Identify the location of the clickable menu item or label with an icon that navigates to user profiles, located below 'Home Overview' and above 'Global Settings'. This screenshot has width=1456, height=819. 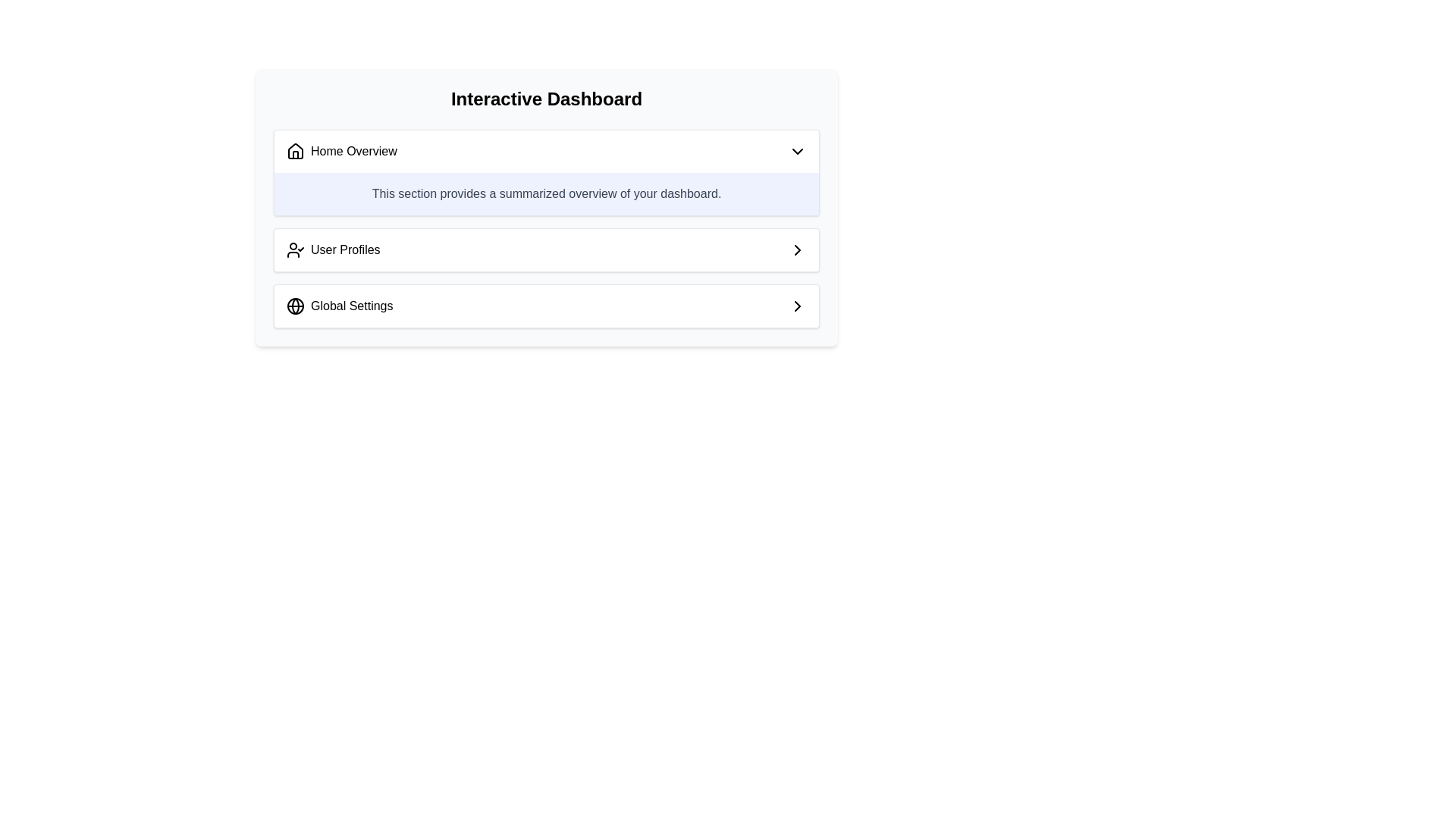
(332, 249).